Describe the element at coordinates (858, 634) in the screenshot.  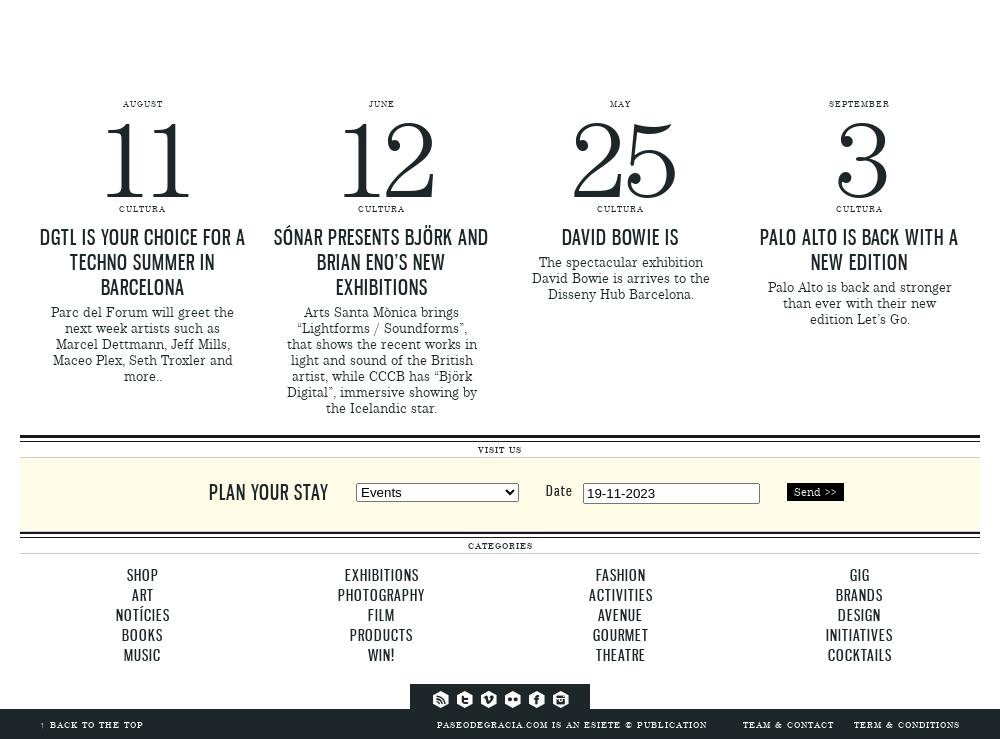
I see `'initiatives'` at that location.